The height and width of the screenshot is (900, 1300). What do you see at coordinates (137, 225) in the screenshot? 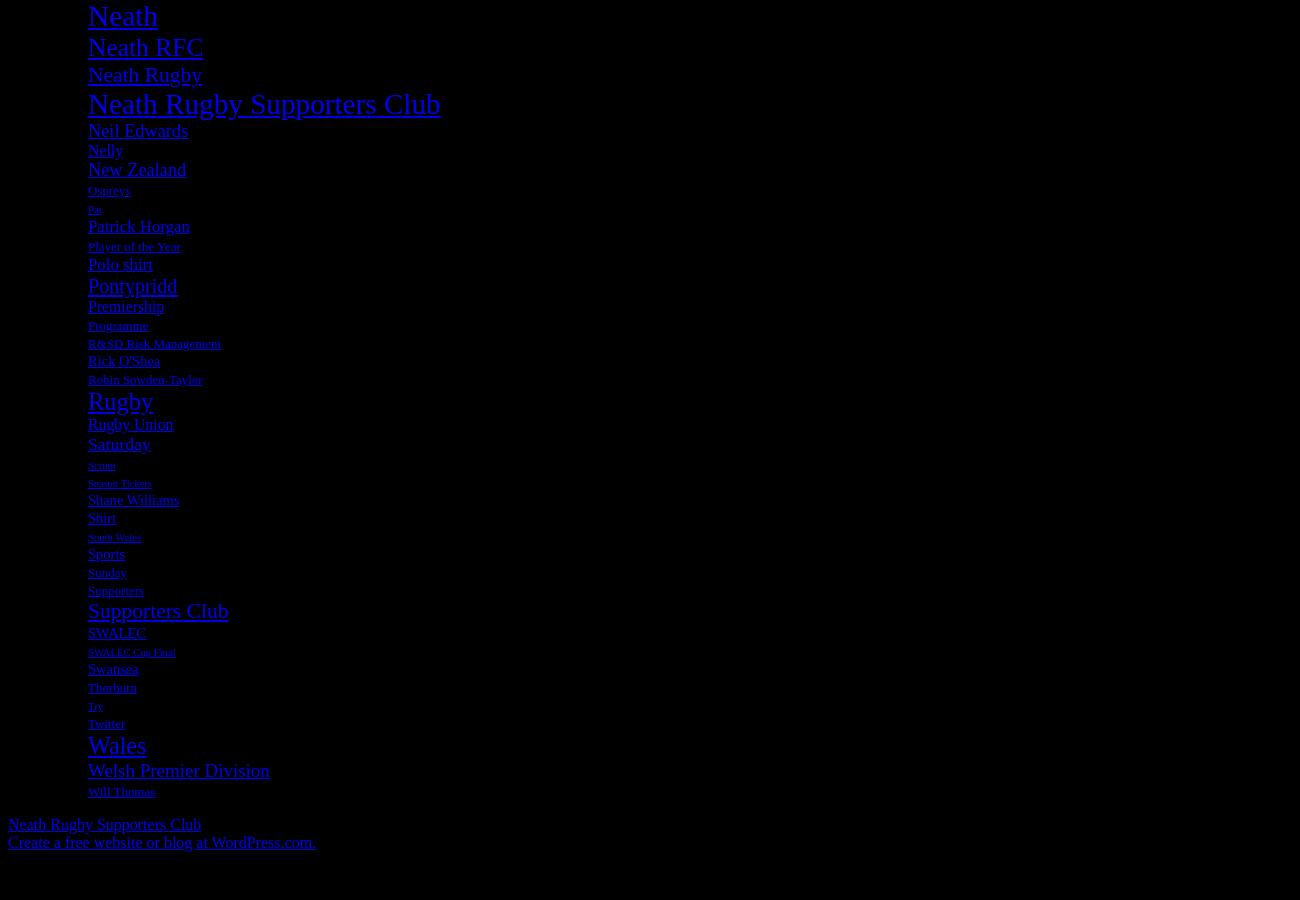
I see `'Patrick Horgan'` at bounding box center [137, 225].